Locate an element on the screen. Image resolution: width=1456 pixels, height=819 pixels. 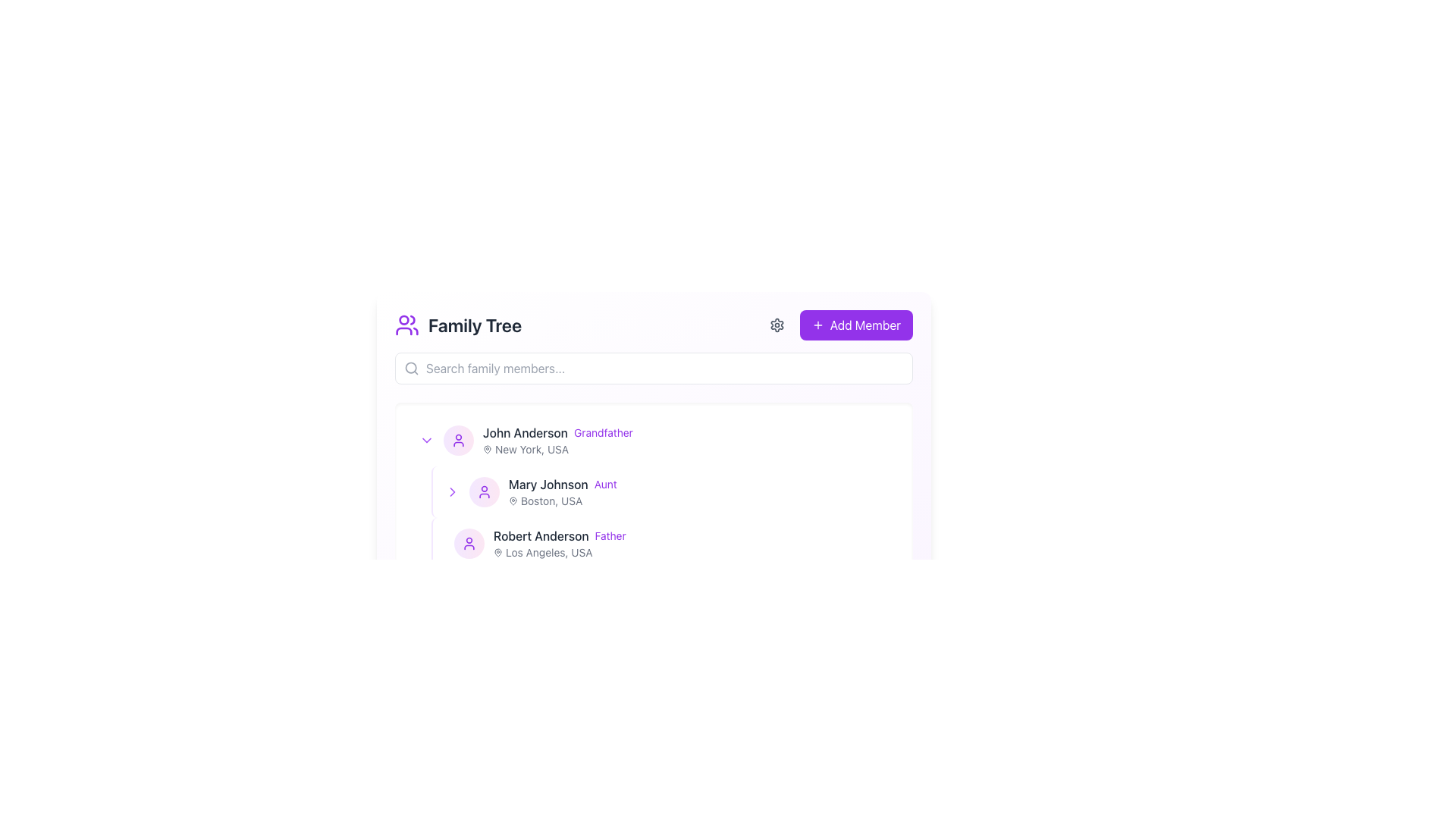
text content of the label identifying a family member, positioned between 'John Anderson' and 'Robert Anderson' in the family tree application is located at coordinates (548, 485).